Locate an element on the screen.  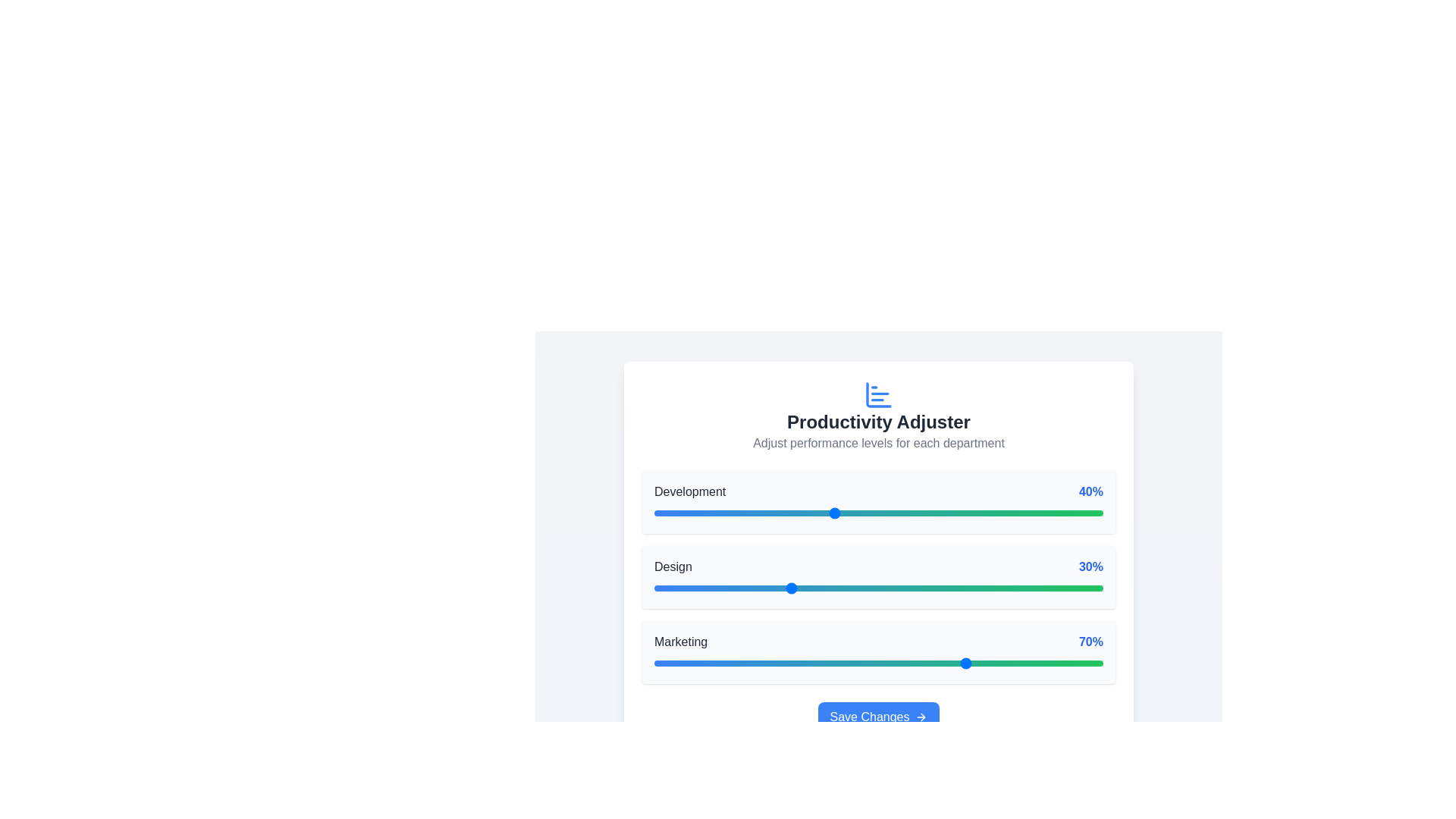
the 'Save Changes' button with a blue background and rounded corners, located centrally below the sliders for 'Development', 'Design', and 'Marketing' is located at coordinates (878, 717).